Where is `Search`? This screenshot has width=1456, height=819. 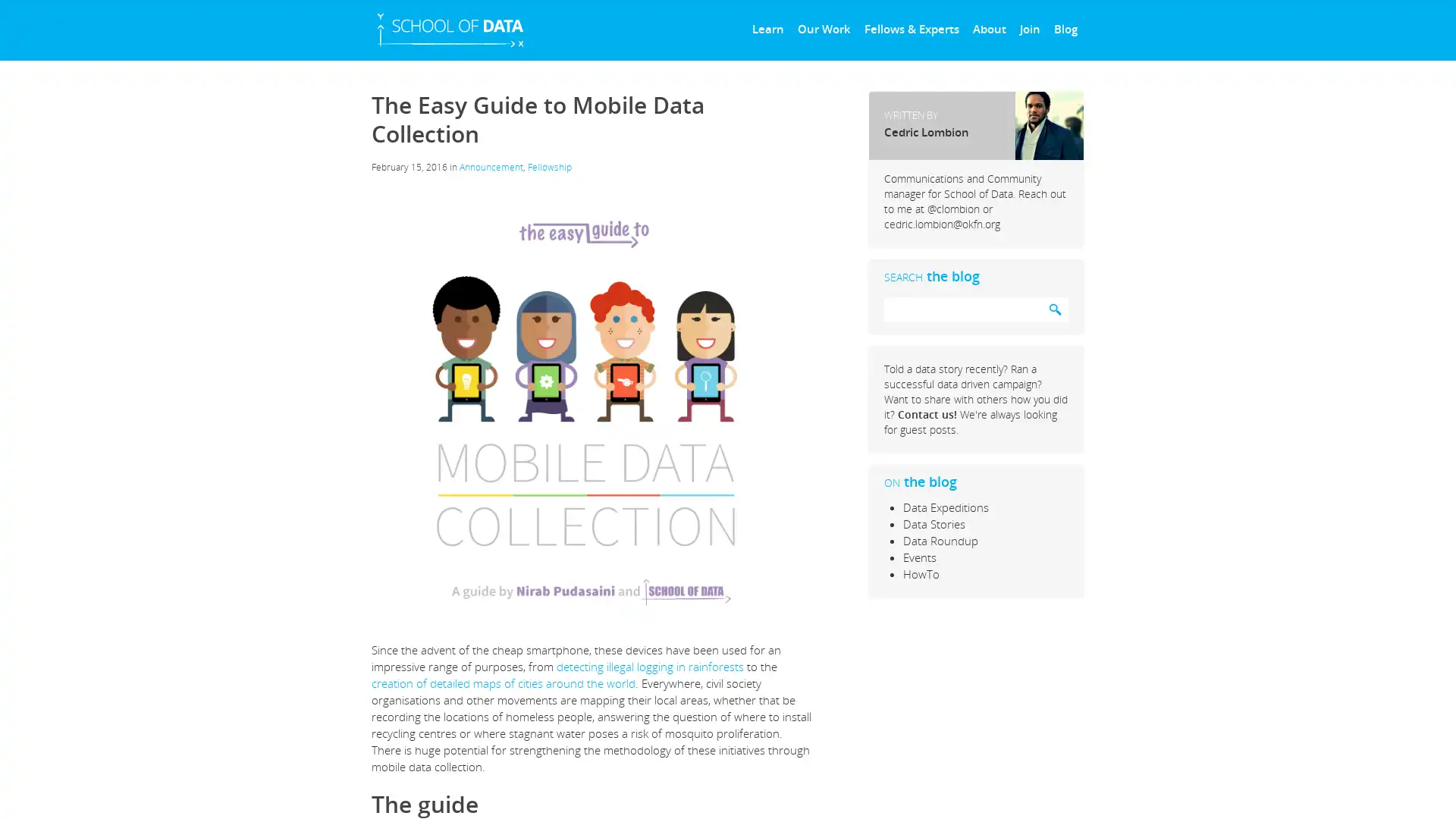 Search is located at coordinates (1054, 309).